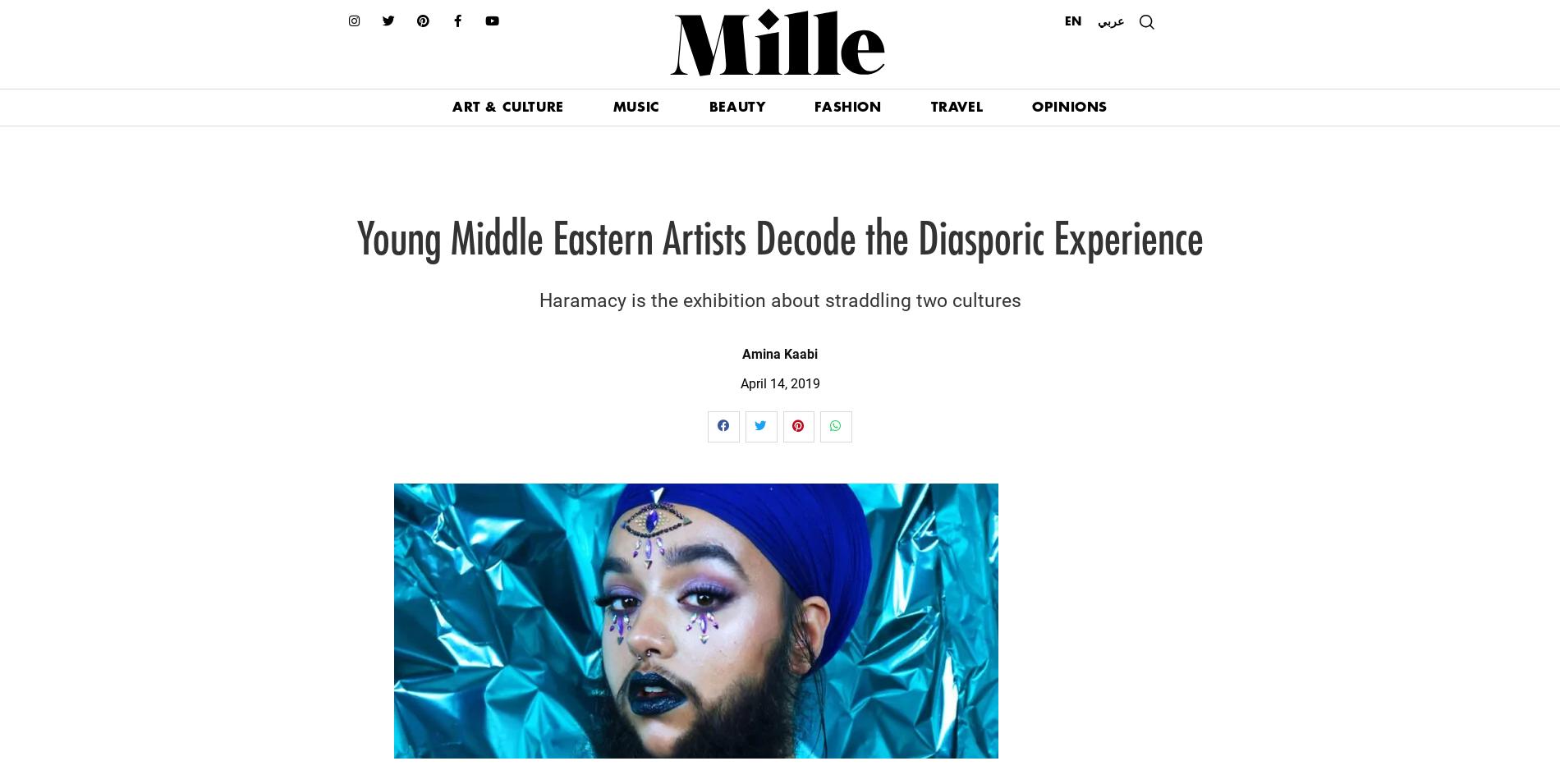 The height and width of the screenshot is (784, 1560). What do you see at coordinates (539, 300) in the screenshot?
I see `'Haramacy is the exhibition about straddling two cultures'` at bounding box center [539, 300].